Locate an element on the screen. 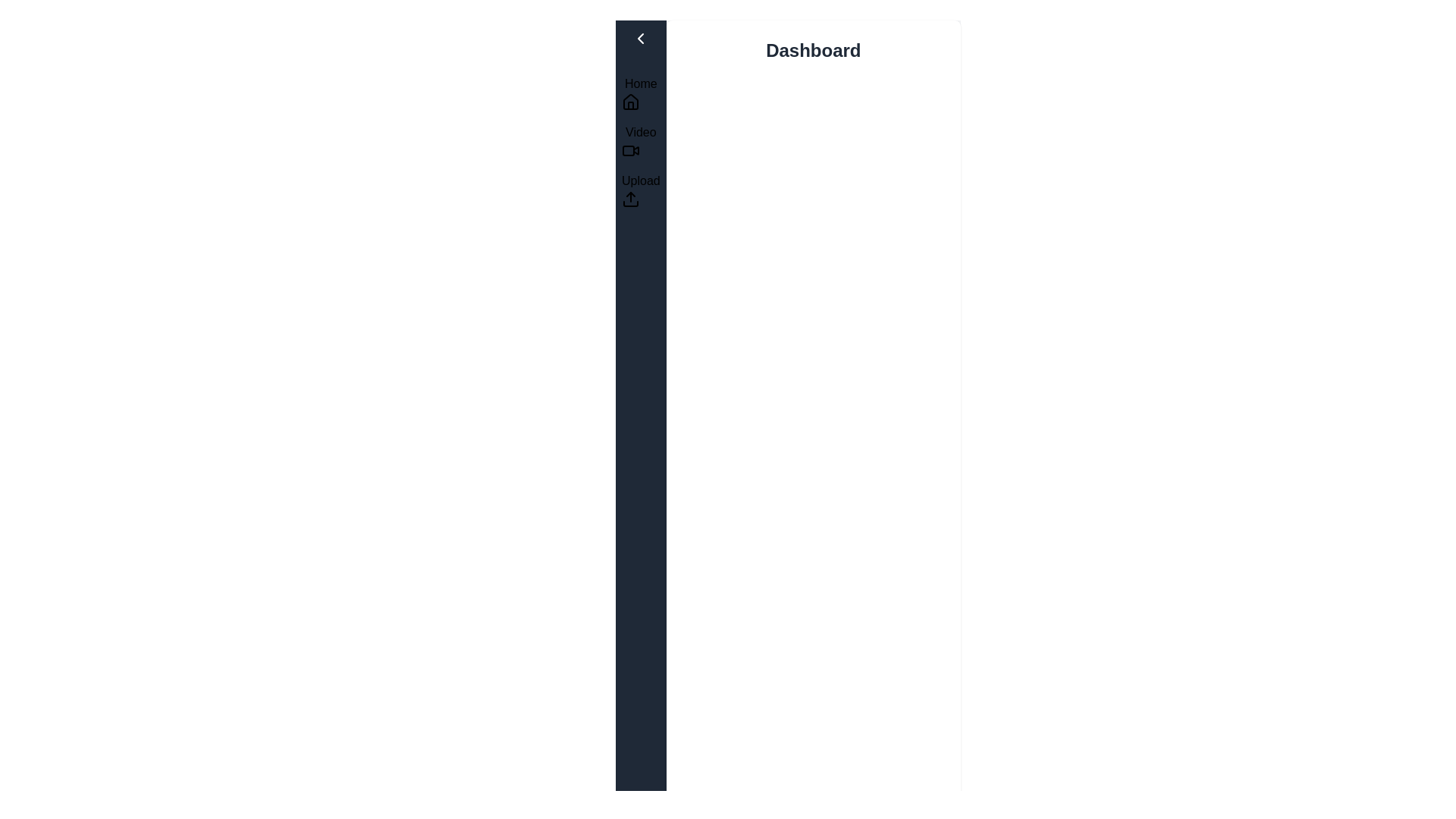 The height and width of the screenshot is (819, 1456). the third menu item in the vertical navigation menu on the left side of the interface, which triggers the upload feature tooltips or highlights is located at coordinates (641, 189).